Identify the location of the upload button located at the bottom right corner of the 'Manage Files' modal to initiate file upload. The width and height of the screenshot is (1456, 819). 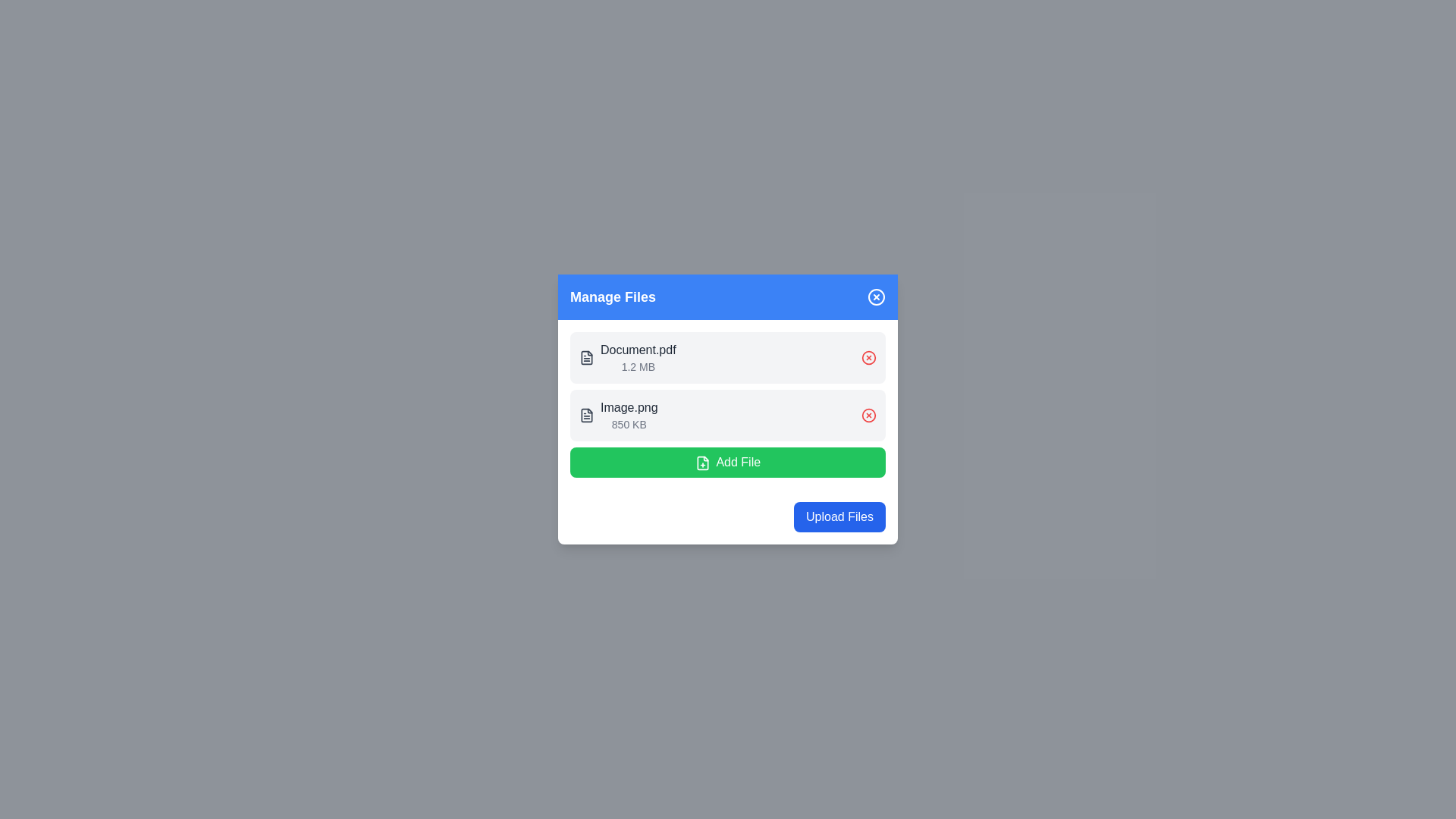
(839, 516).